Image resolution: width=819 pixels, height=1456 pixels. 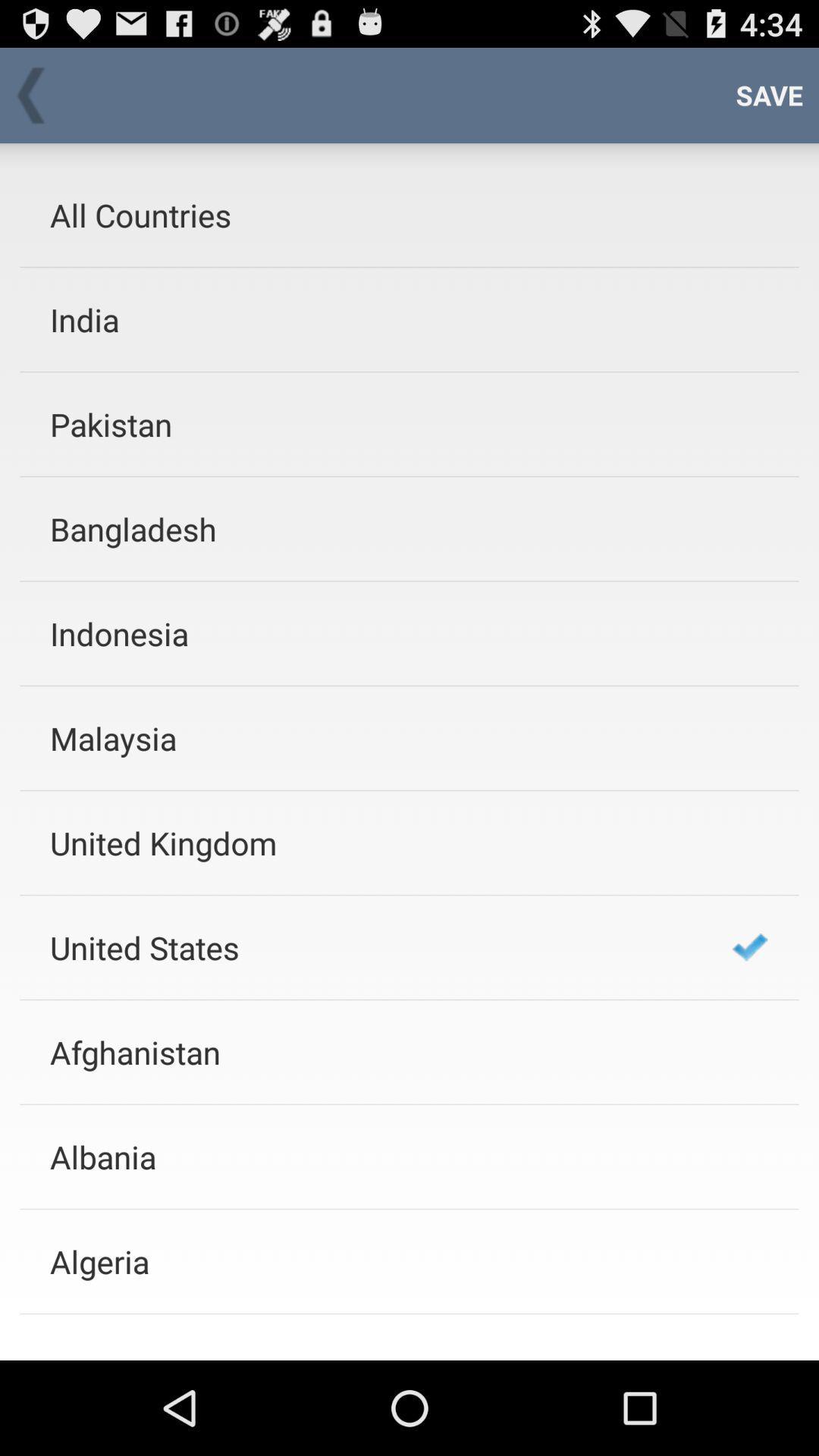 What do you see at coordinates (371, 424) in the screenshot?
I see `the pakistan icon` at bounding box center [371, 424].